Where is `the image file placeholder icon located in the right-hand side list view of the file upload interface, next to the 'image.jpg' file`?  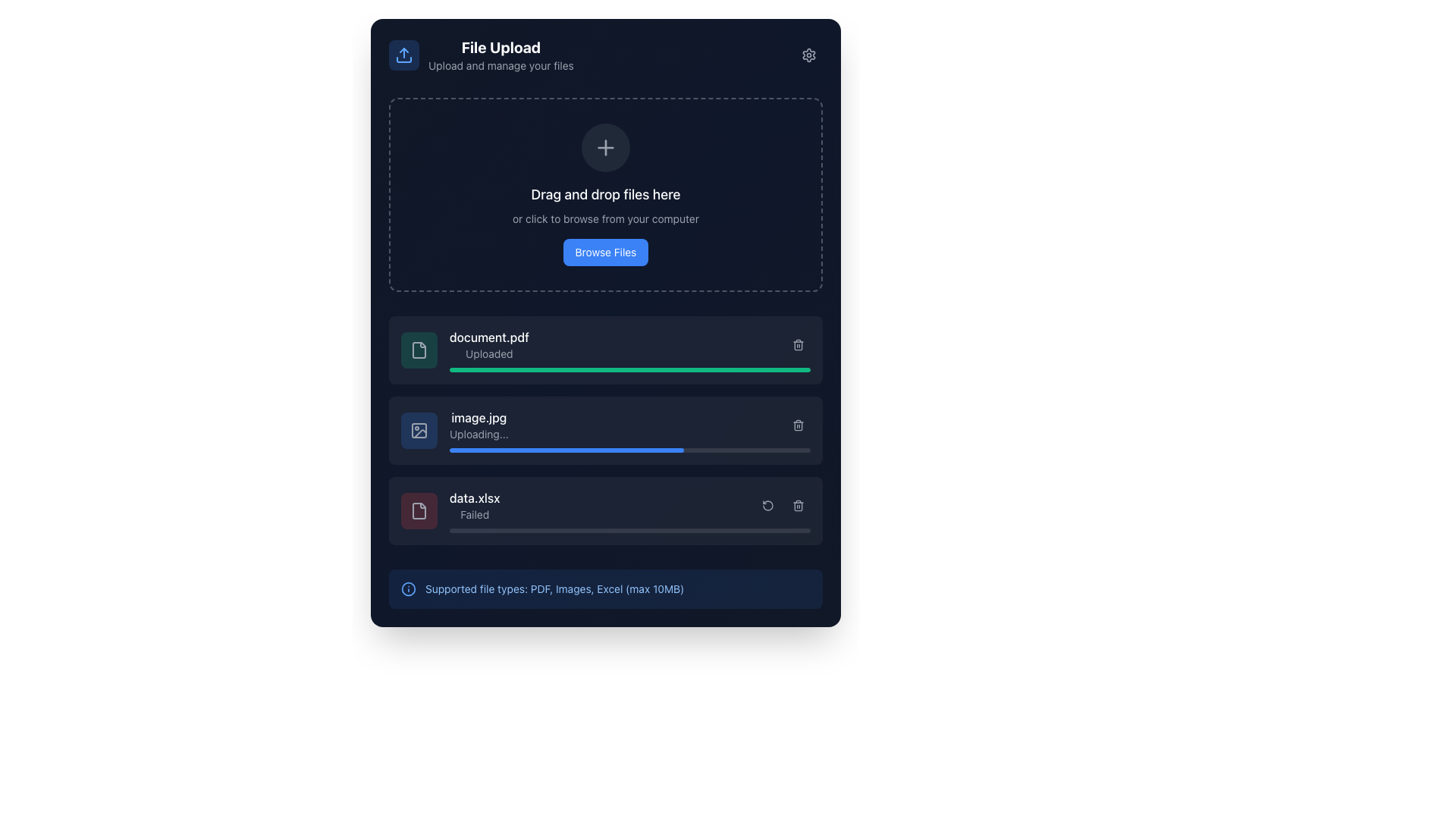
the image file placeholder icon located in the right-hand side list view of the file upload interface, next to the 'image.jpg' file is located at coordinates (419, 430).